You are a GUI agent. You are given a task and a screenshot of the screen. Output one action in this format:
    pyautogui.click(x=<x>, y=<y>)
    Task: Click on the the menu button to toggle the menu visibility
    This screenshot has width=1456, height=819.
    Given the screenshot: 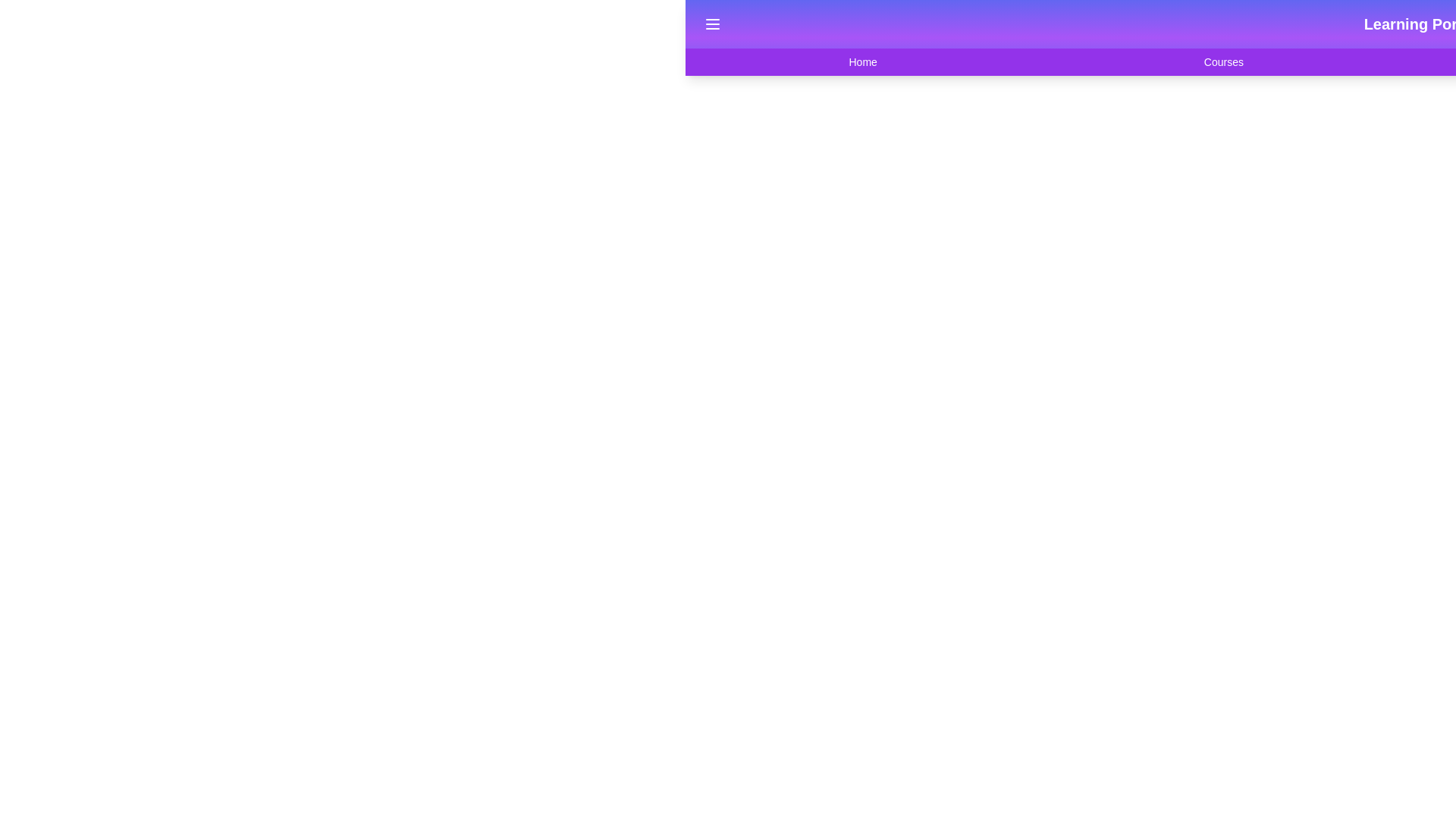 What is the action you would take?
    pyautogui.click(x=712, y=24)
    